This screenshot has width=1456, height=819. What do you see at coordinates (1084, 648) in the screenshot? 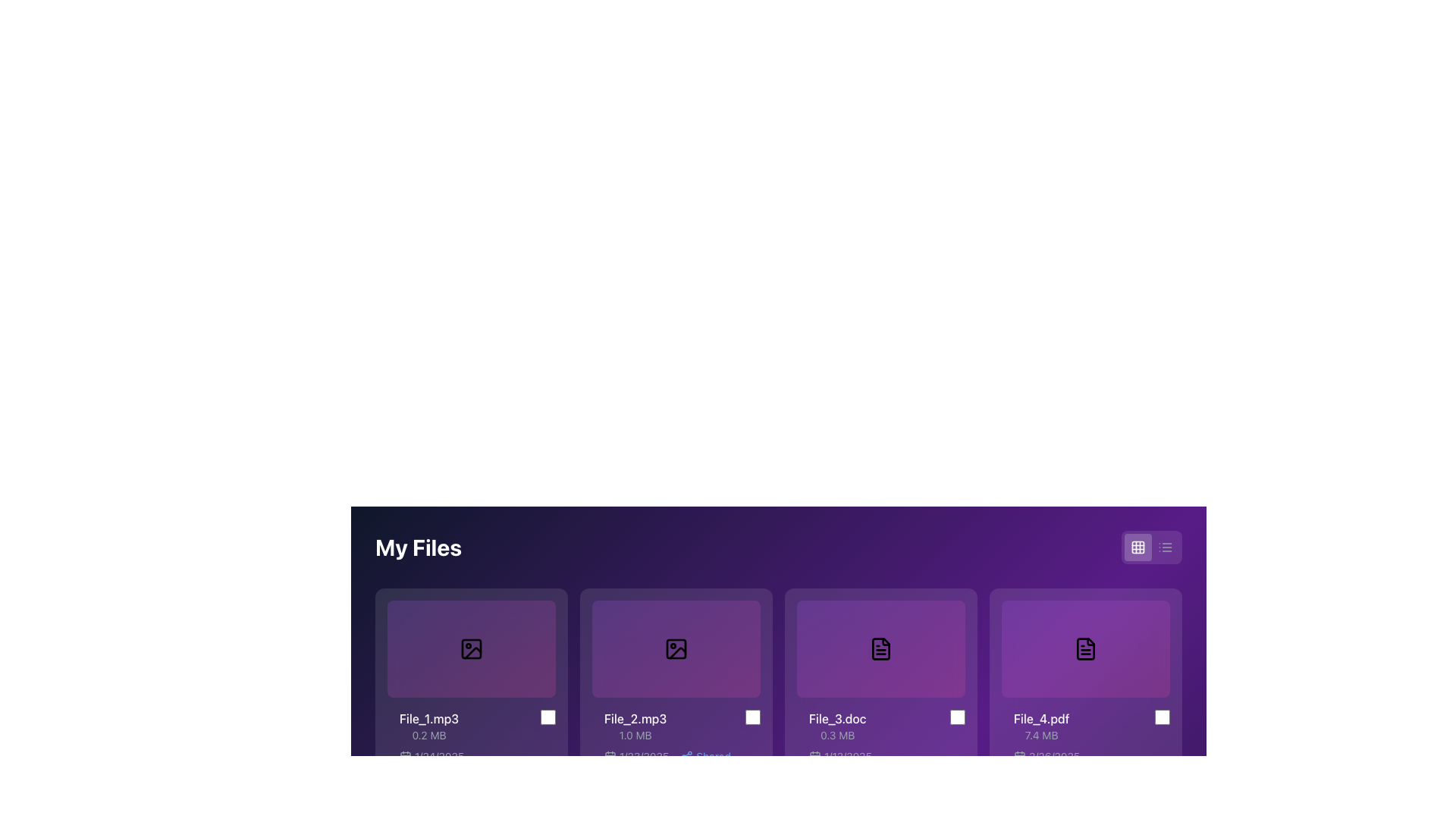
I see `the document icon representing 'File_4.pdf'` at bounding box center [1084, 648].